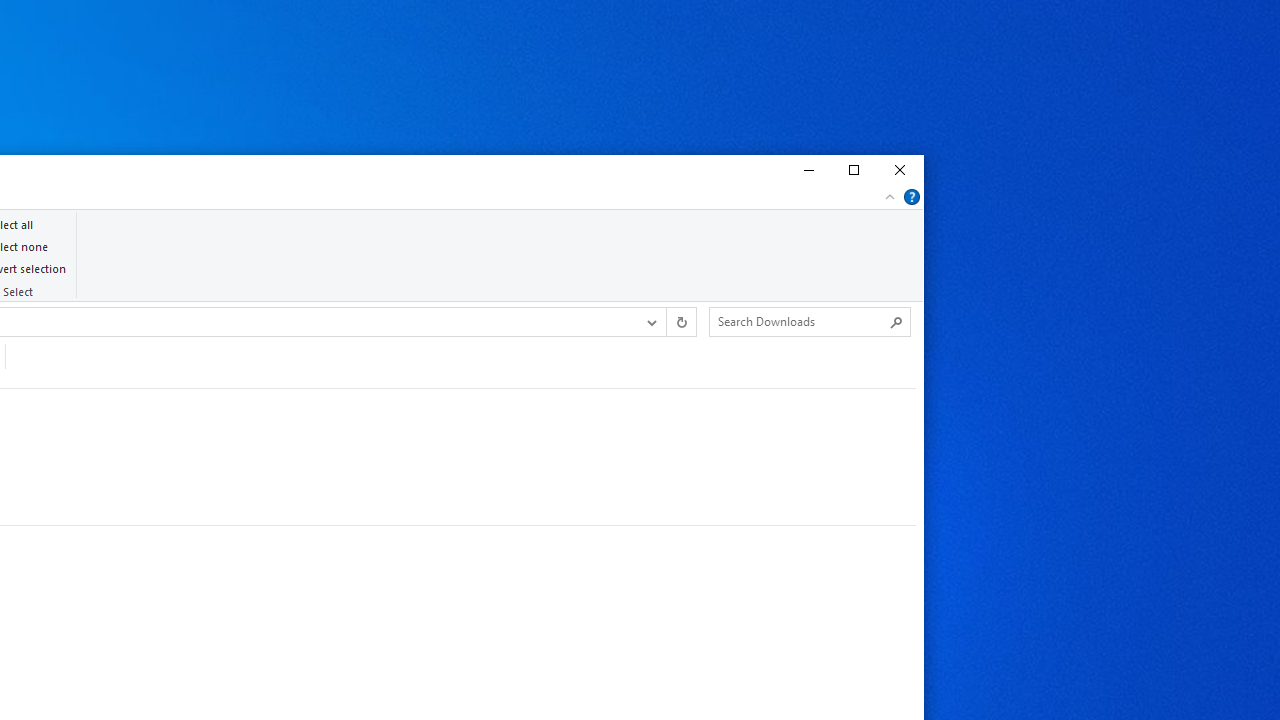 The width and height of the screenshot is (1280, 720). What do you see at coordinates (899, 170) in the screenshot?
I see `'Close'` at bounding box center [899, 170].